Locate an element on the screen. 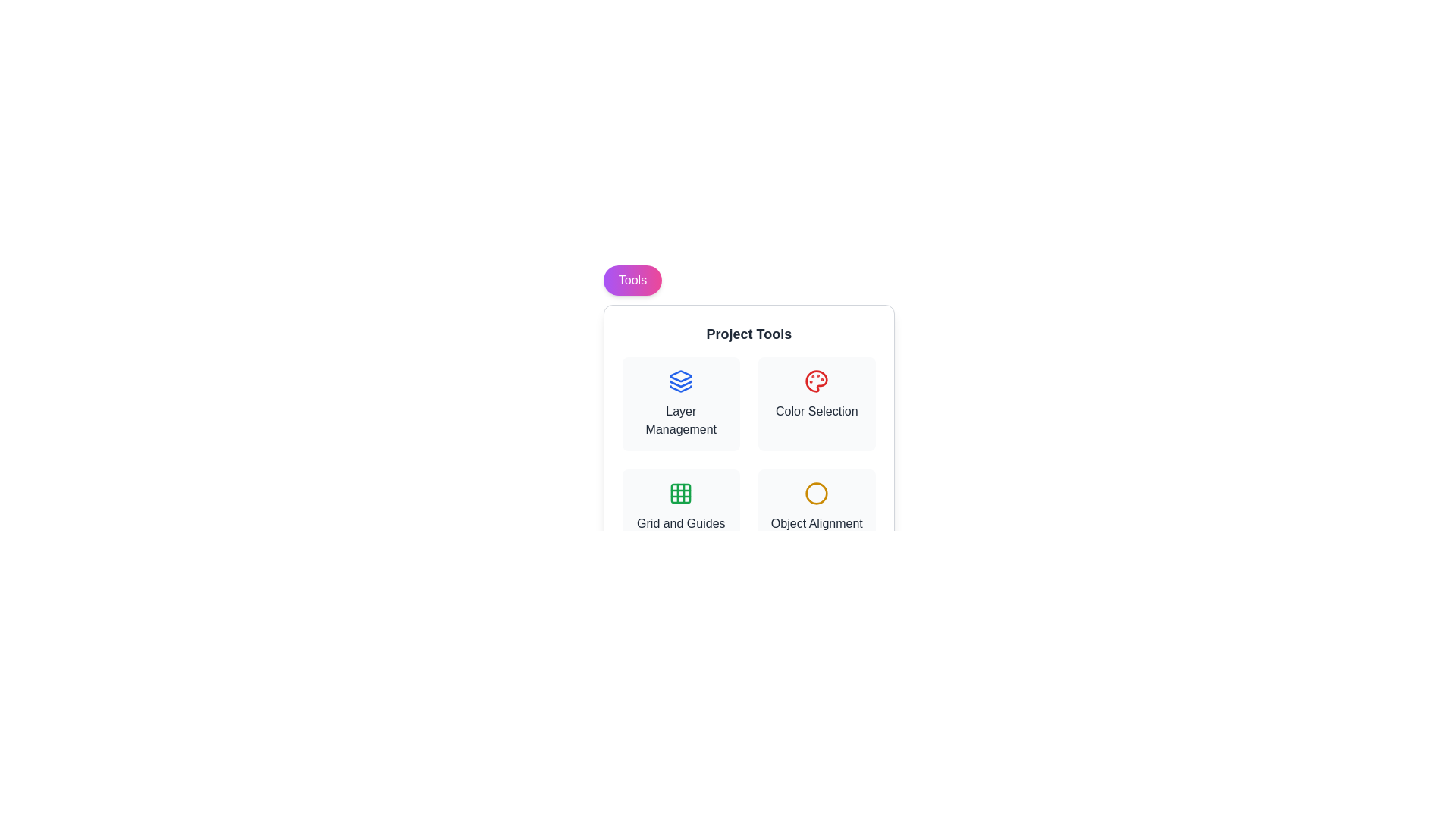  the 'Color Selection' button, which features a red painting palette icon and is located in the top-right cell of a grid layout is located at coordinates (816, 403).